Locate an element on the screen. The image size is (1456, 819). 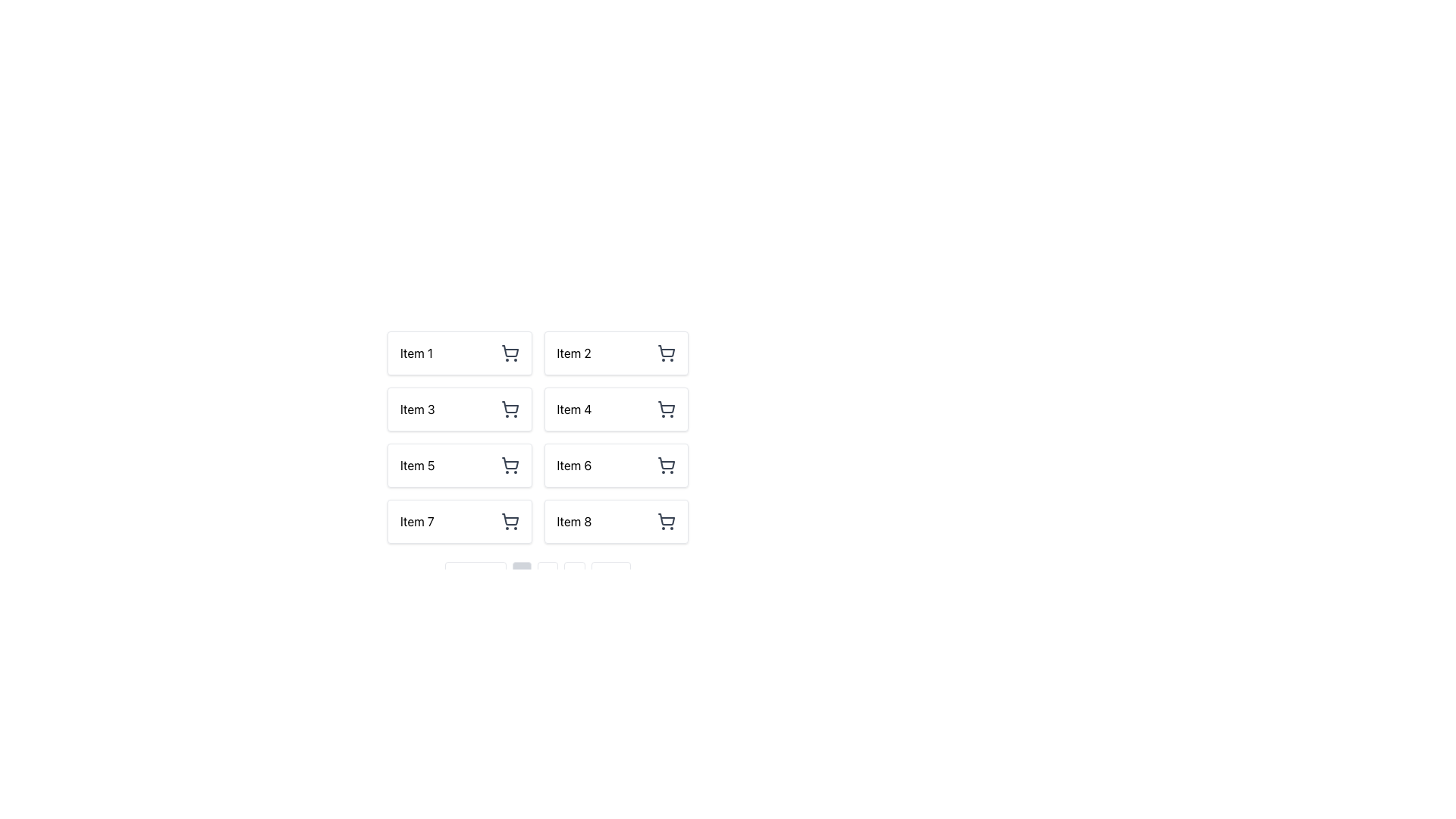
the text label in the top-left corner of the card that identifies the item, which is located beside a shopping cart icon is located at coordinates (416, 353).